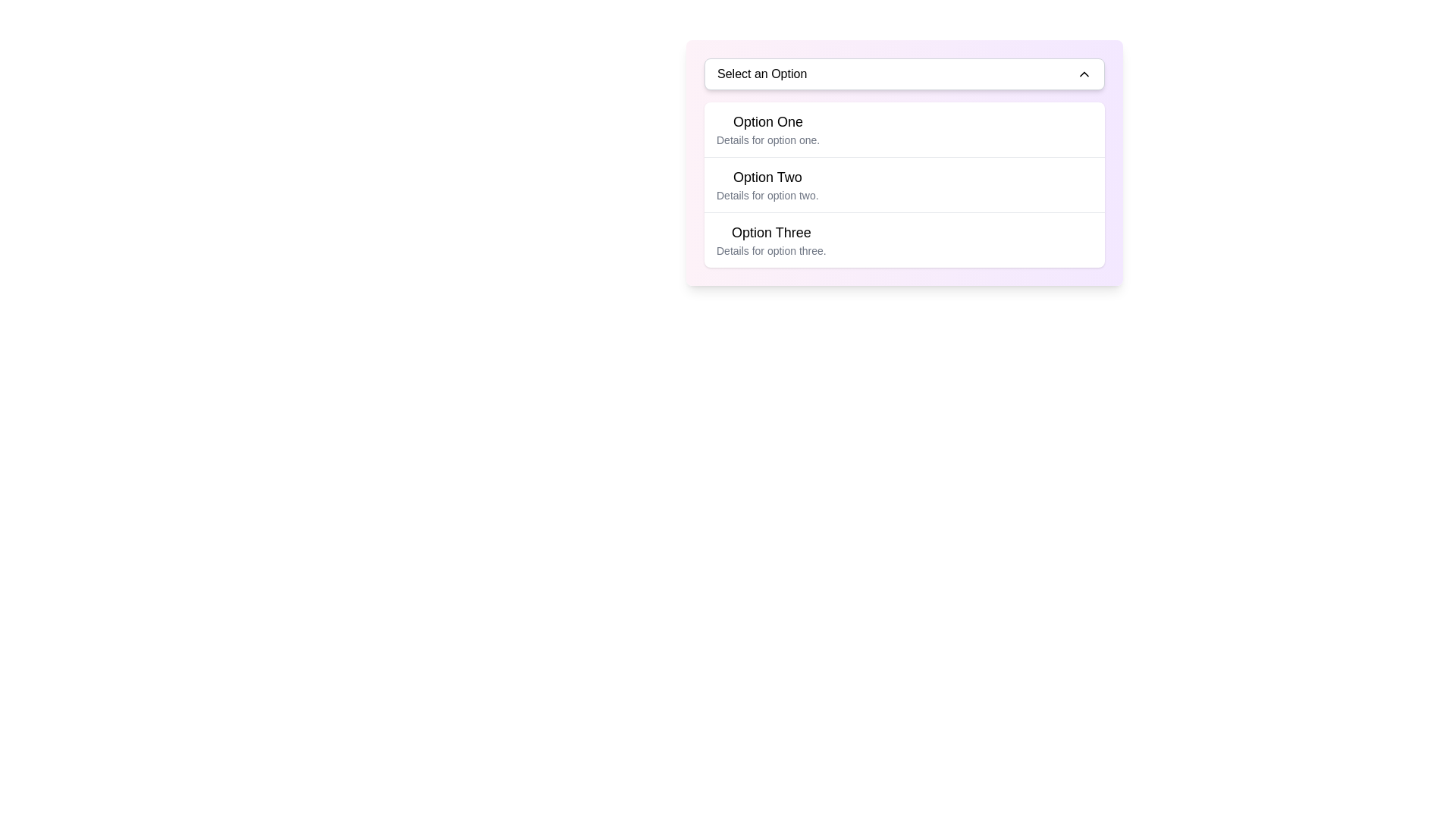  Describe the element at coordinates (767, 195) in the screenshot. I see `the text label that reads 'Details for option two.' which is styled in small gray font and appears under the main text 'Option Two' in the dropdown interface` at that location.